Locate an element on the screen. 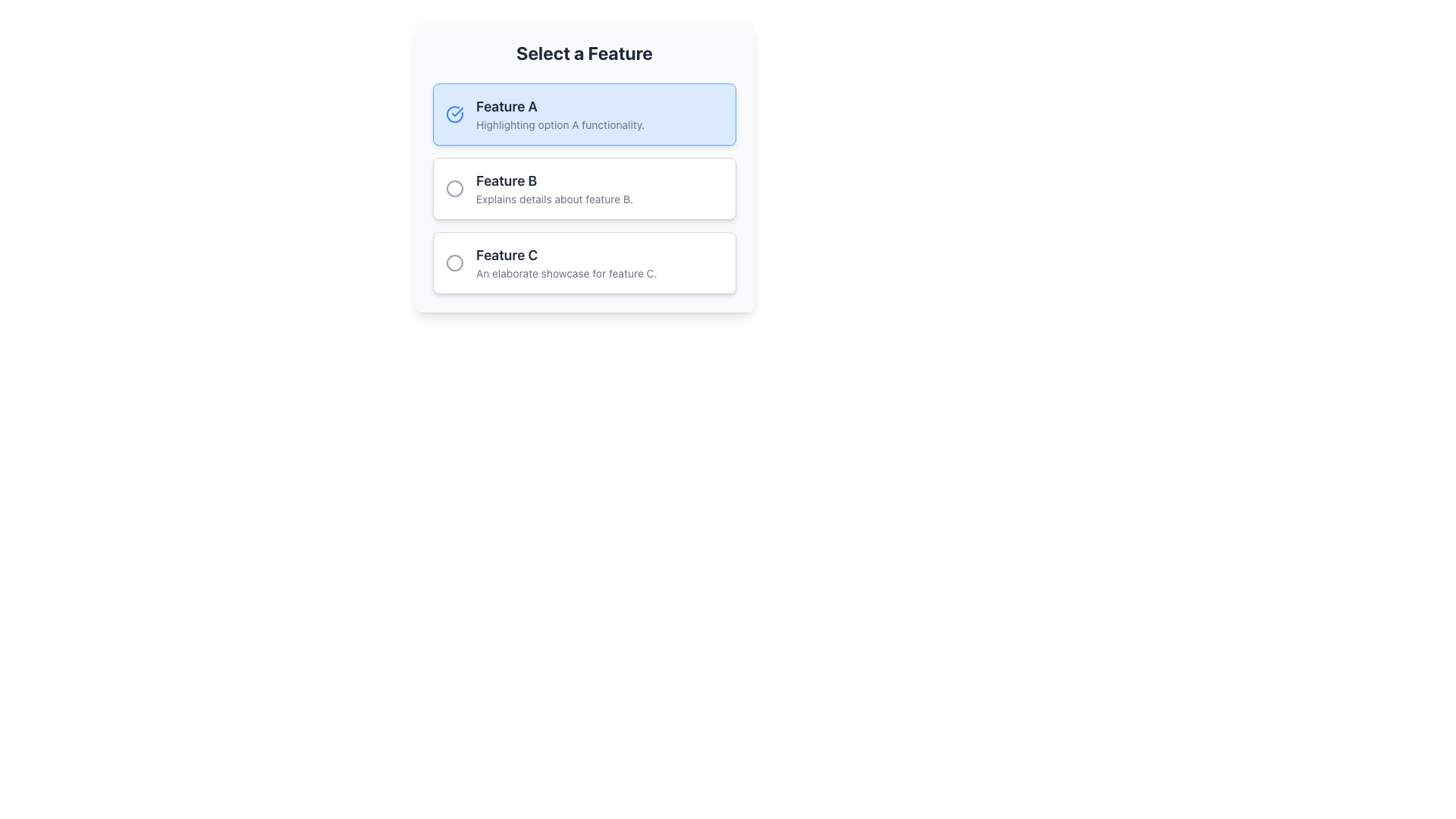 This screenshot has height=819, width=1456. the informational text label reading 'An elaborate showcase for feature C.' to potentially reveal tooltips is located at coordinates (566, 274).